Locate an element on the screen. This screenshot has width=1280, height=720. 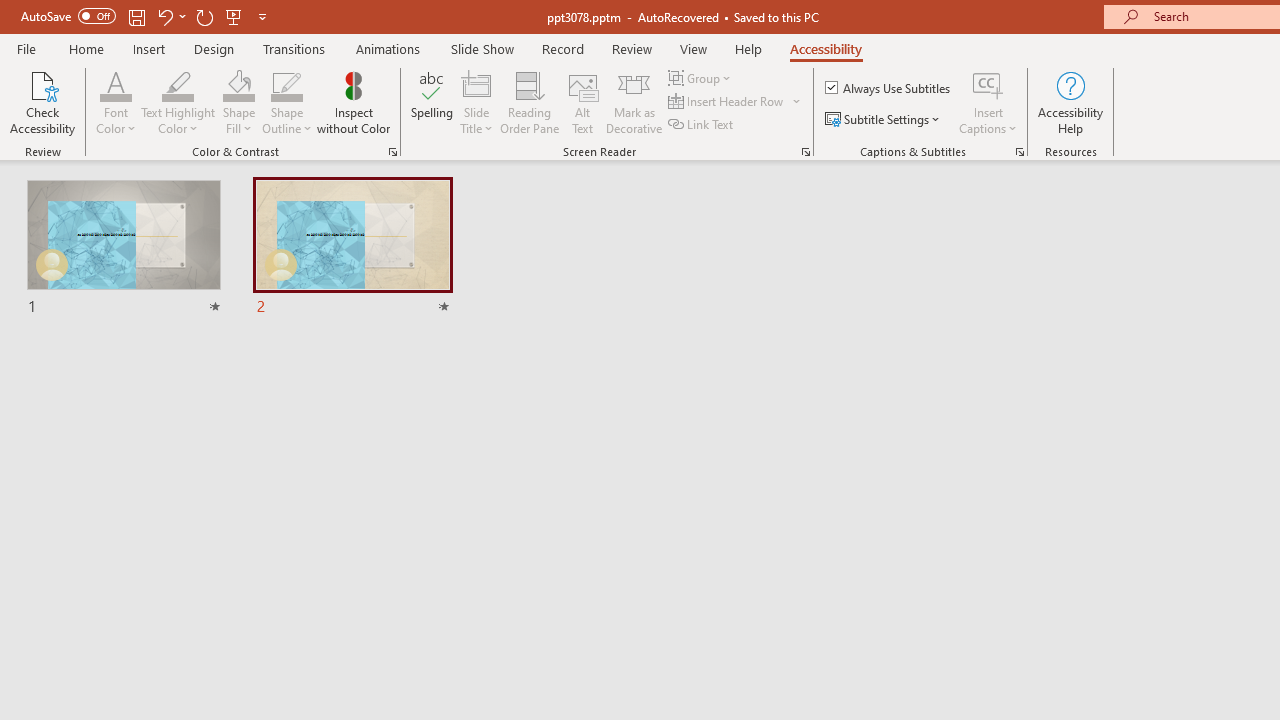
'Insert Captions' is located at coordinates (988, 84).